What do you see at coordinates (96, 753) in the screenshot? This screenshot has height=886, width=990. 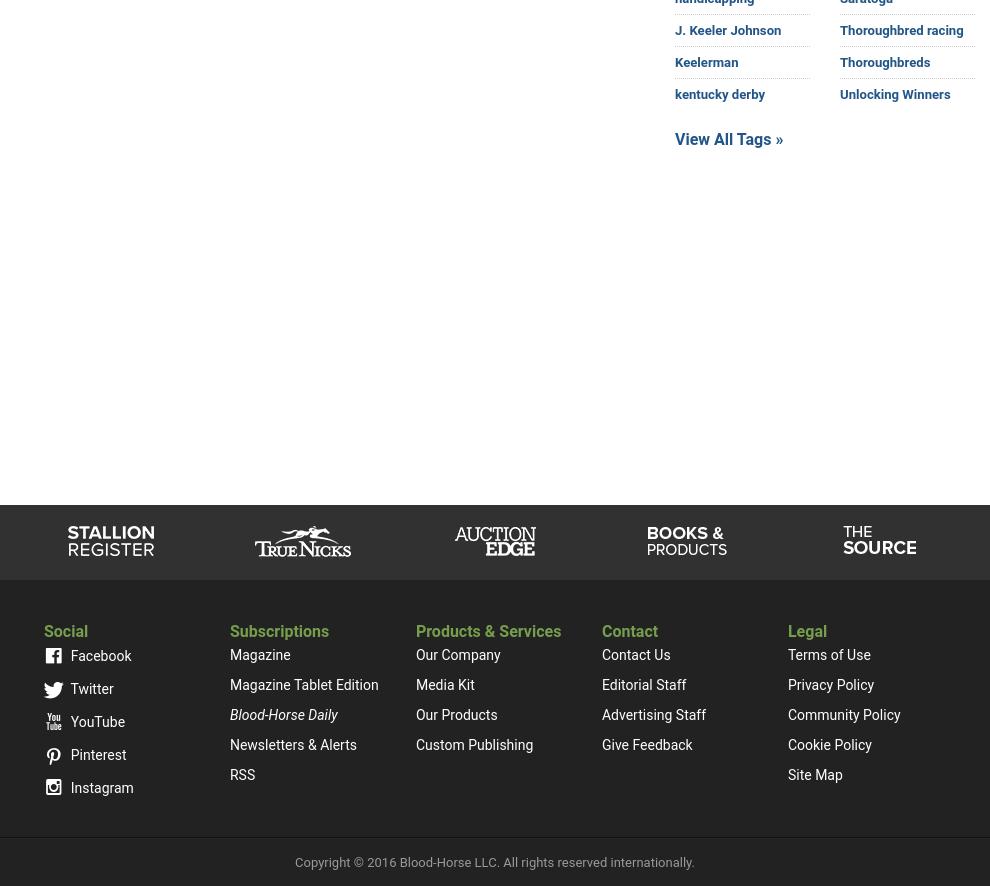 I see `'Pinterest'` at bounding box center [96, 753].